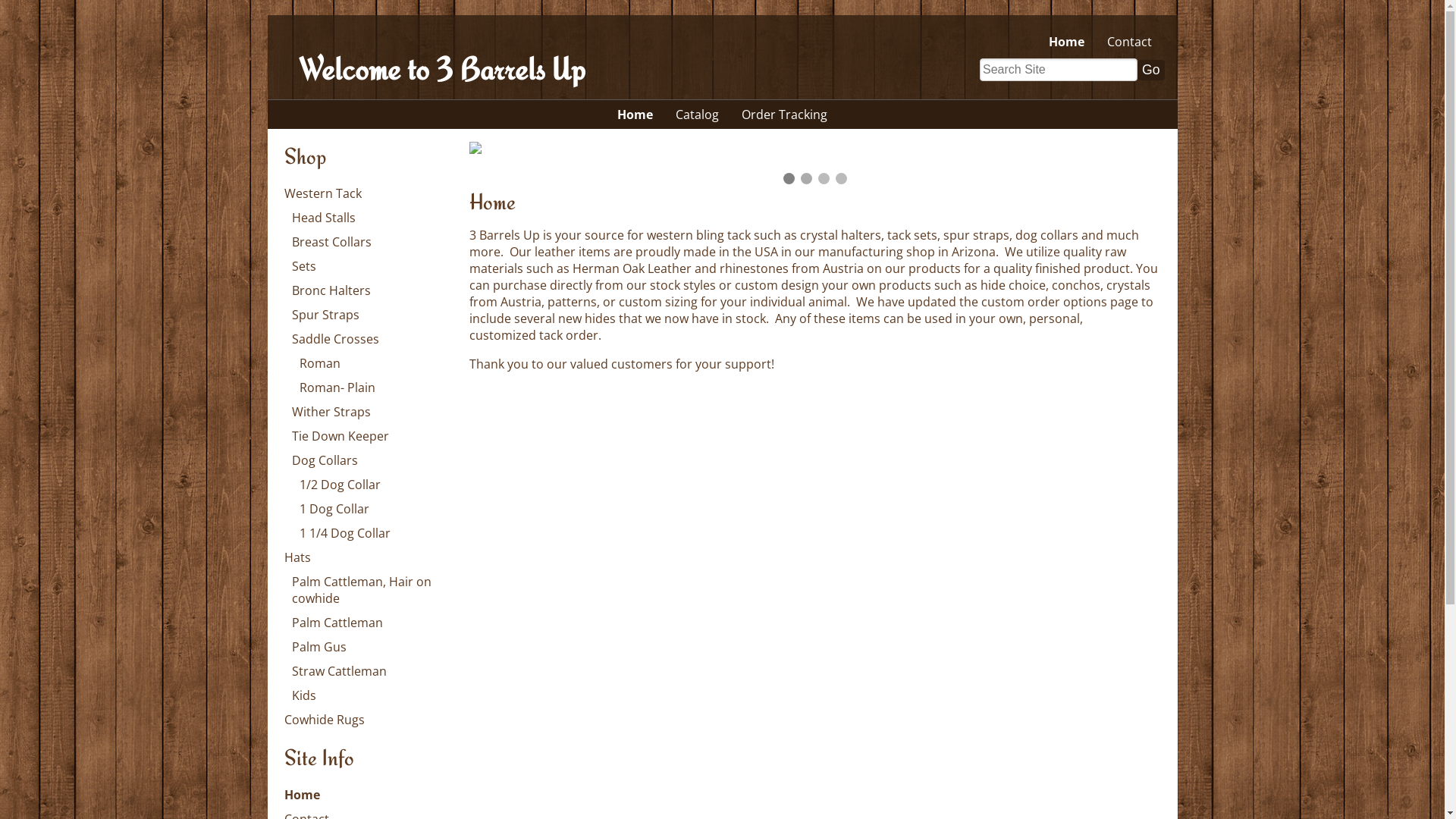  I want to click on 'Kids', so click(303, 695).